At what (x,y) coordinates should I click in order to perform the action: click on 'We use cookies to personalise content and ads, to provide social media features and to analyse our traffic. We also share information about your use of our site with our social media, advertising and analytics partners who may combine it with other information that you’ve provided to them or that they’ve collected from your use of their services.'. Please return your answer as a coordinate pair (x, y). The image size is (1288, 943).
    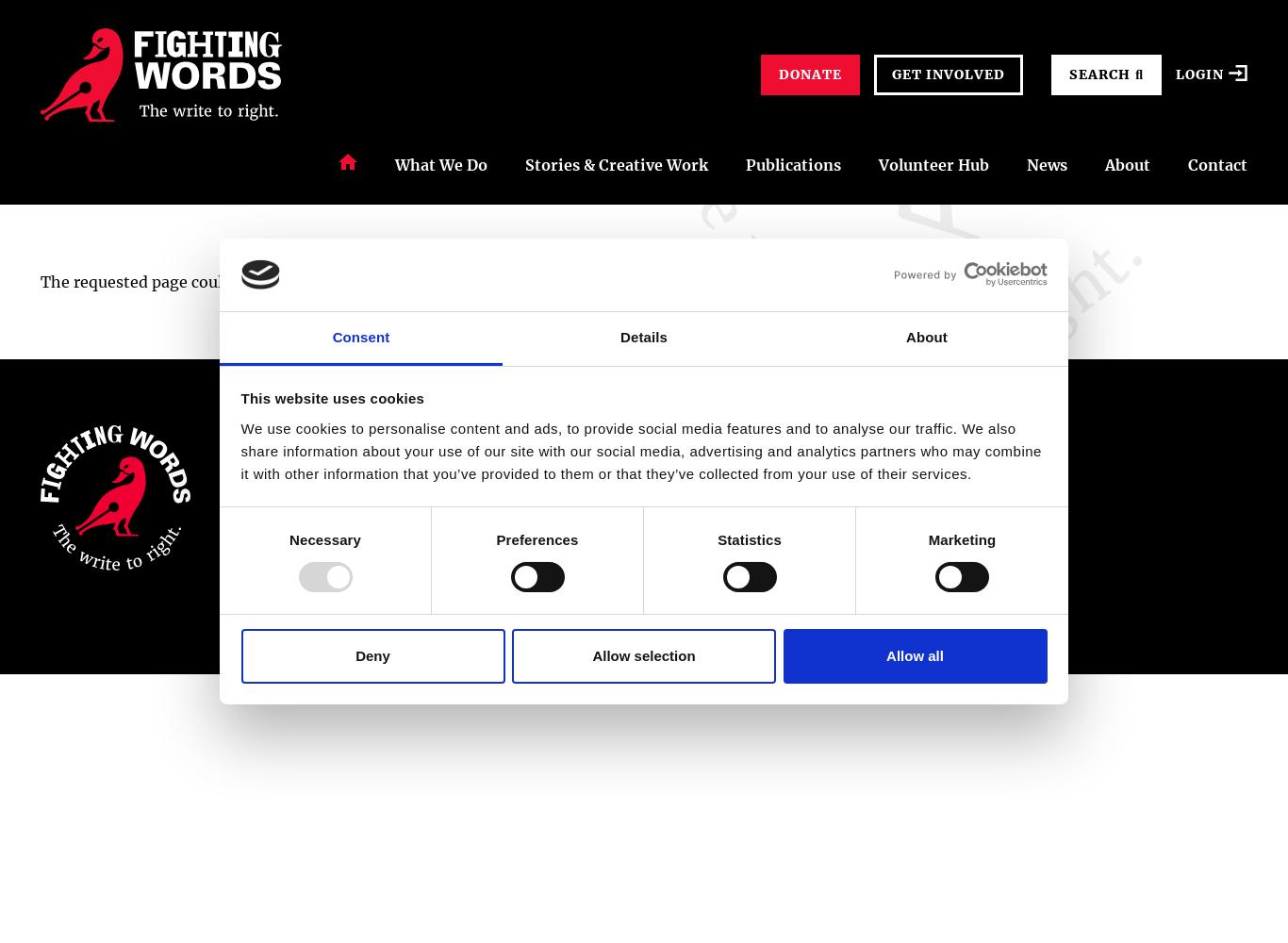
    Looking at the image, I should click on (639, 449).